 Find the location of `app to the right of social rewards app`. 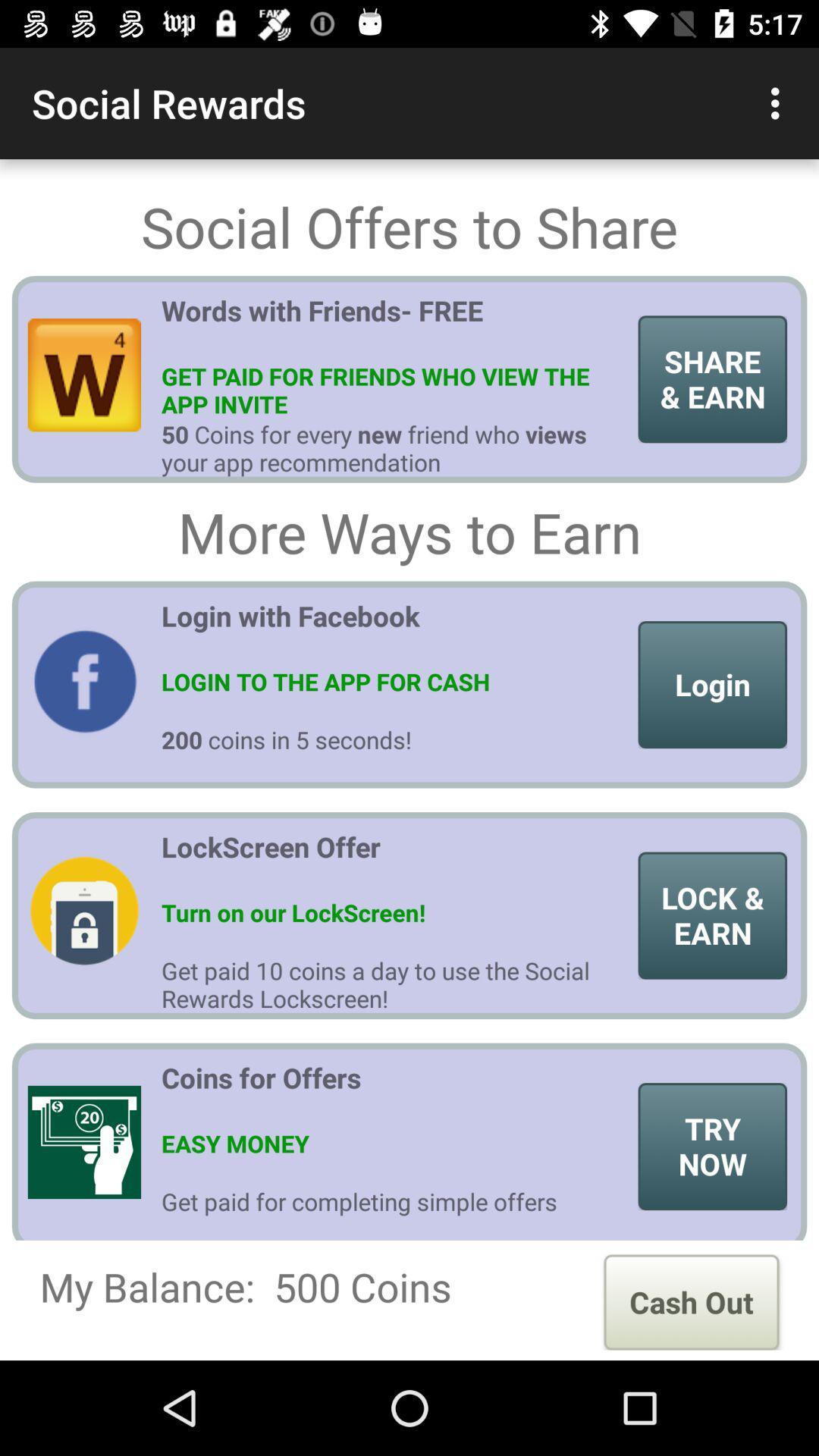

app to the right of social rewards app is located at coordinates (779, 102).